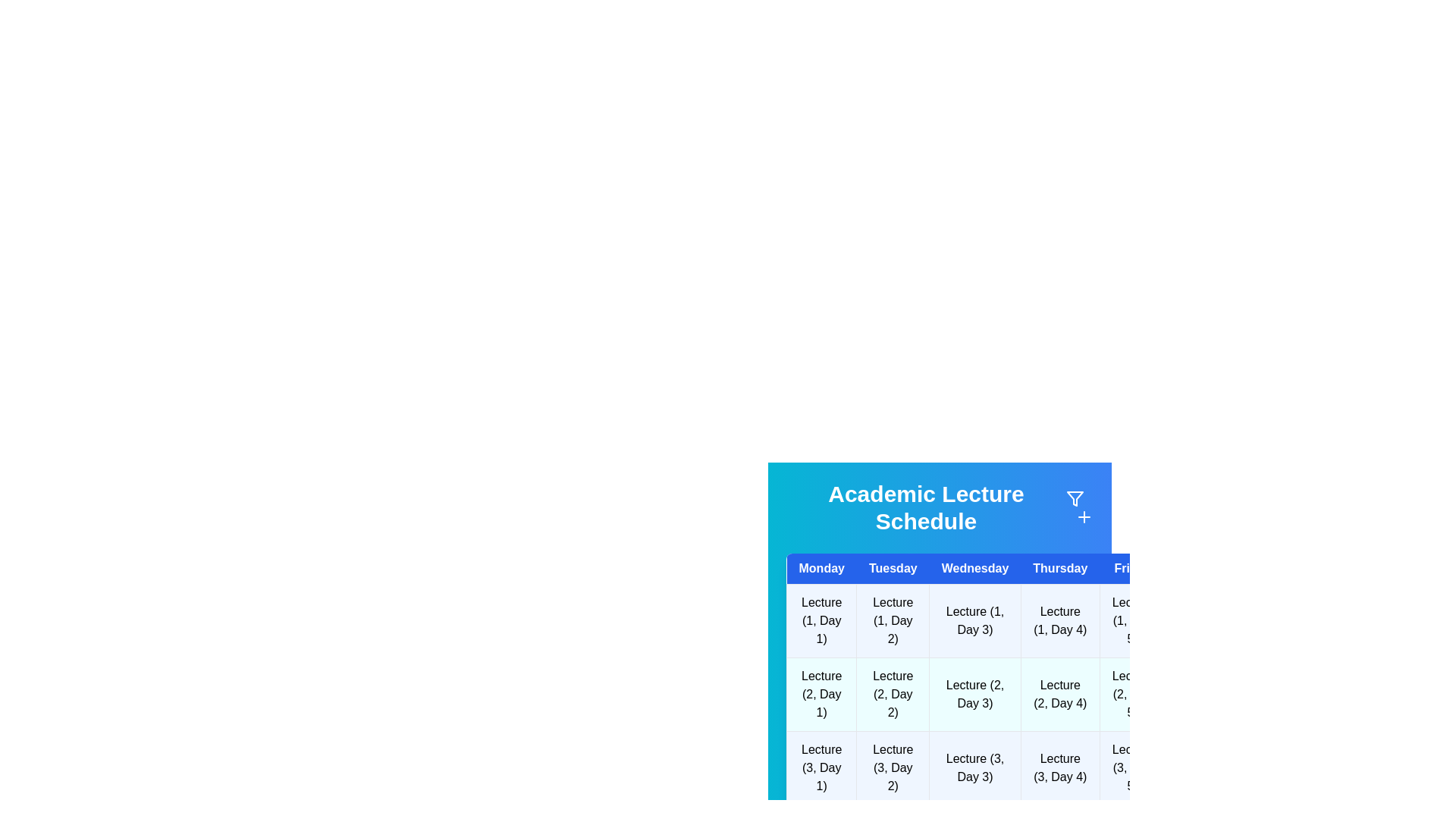 The image size is (1456, 819). Describe the element at coordinates (1132, 569) in the screenshot. I see `the header for Friday to sort or filter the schedule by that day` at that location.